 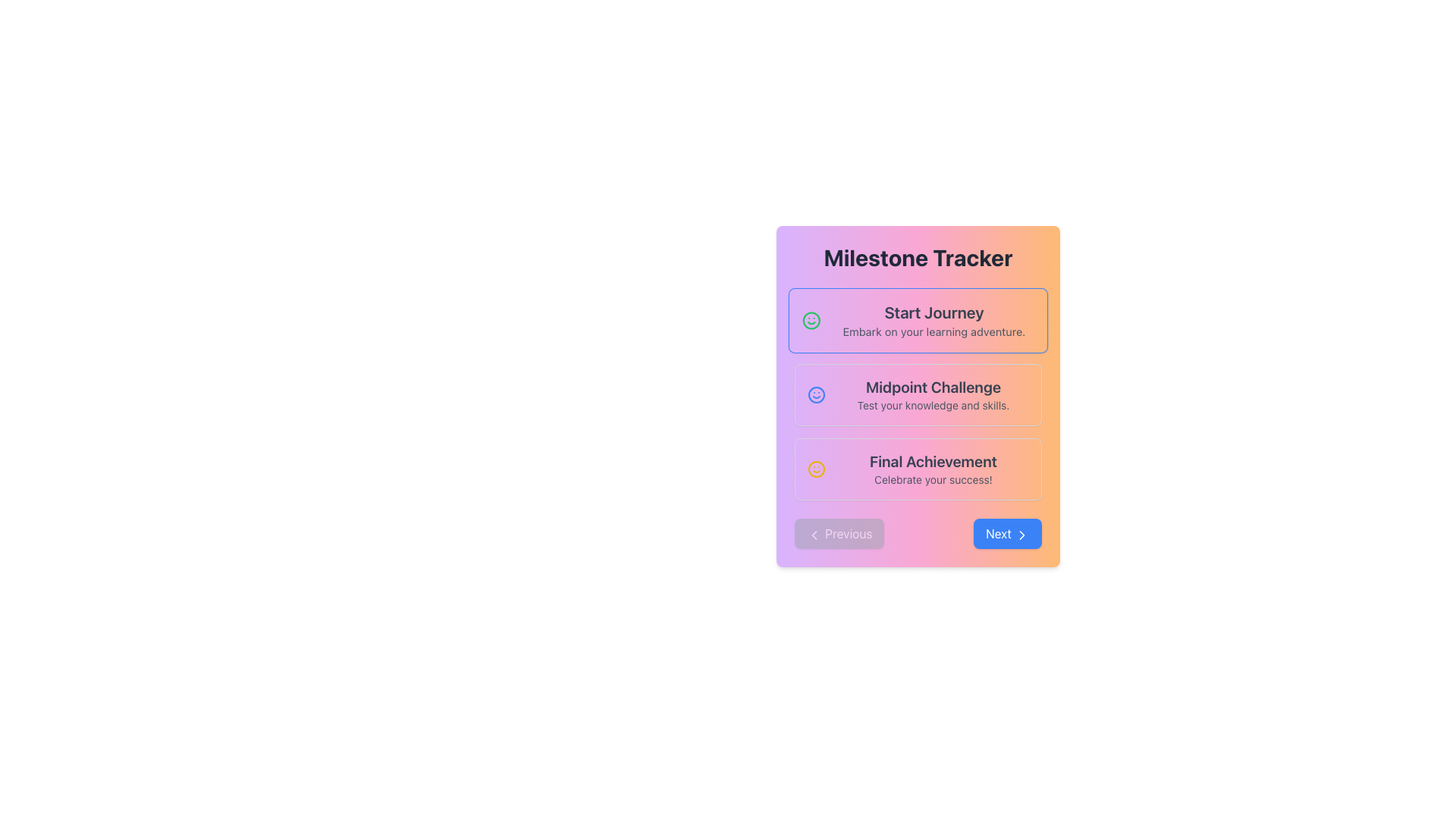 I want to click on the icon located at the far right end of the blue 'Next' button in the milestone tracker card layout to interact with the button, so click(x=1022, y=534).